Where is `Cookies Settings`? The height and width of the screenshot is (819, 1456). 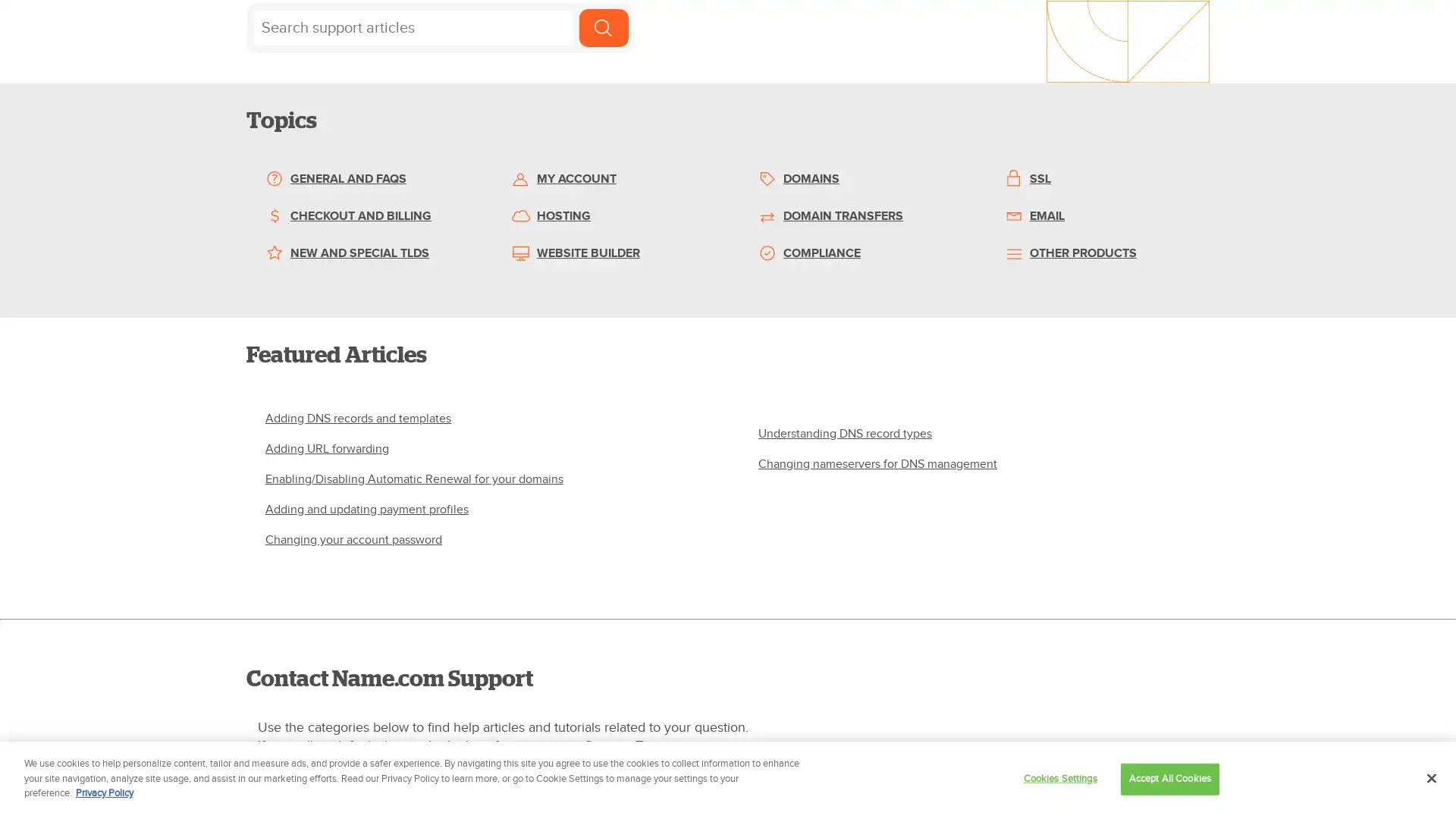
Cookies Settings is located at coordinates (1059, 778).